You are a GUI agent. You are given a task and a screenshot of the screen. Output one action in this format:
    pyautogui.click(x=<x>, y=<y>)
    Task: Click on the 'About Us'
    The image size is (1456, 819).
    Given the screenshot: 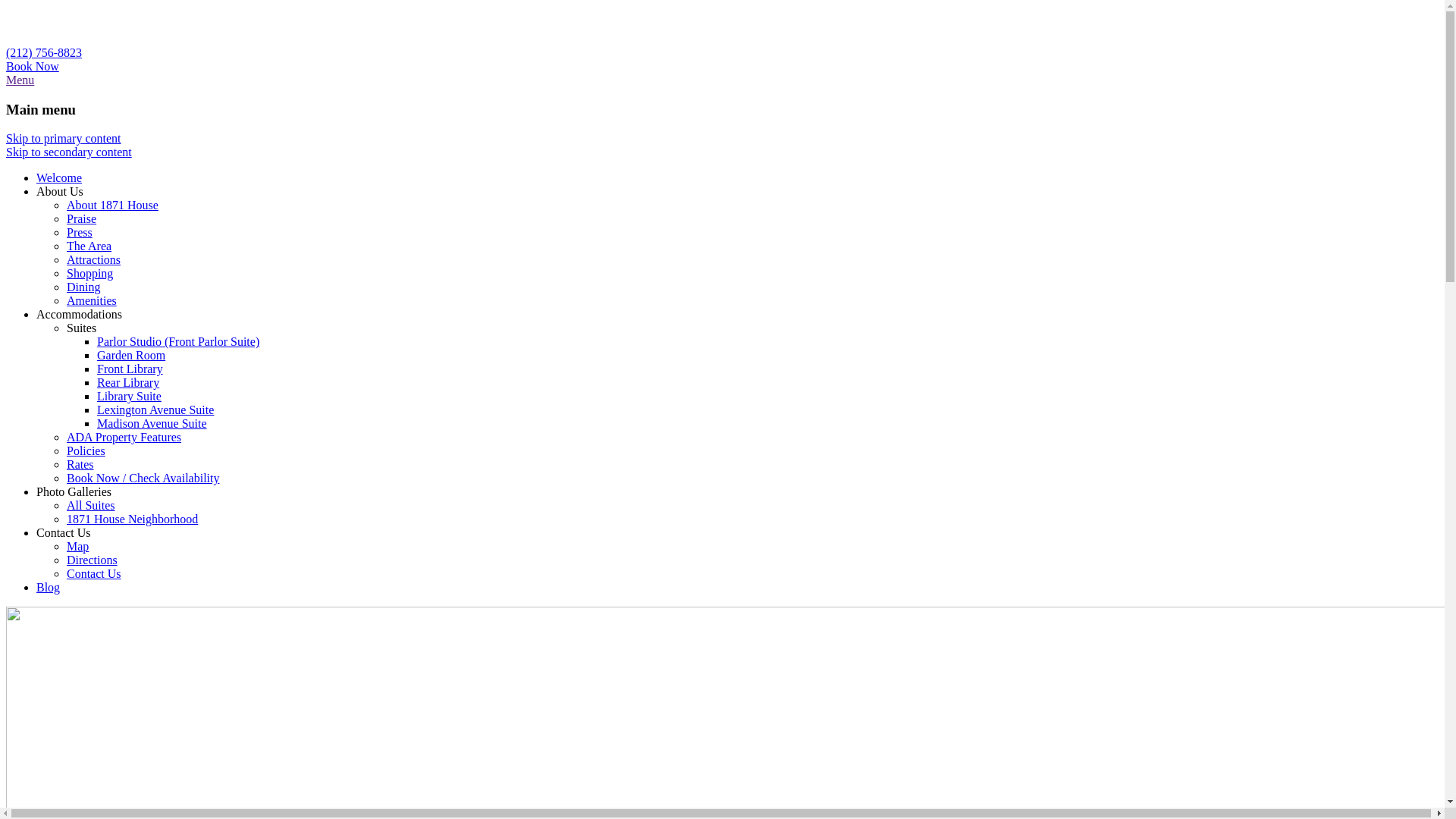 What is the action you would take?
    pyautogui.click(x=59, y=190)
    